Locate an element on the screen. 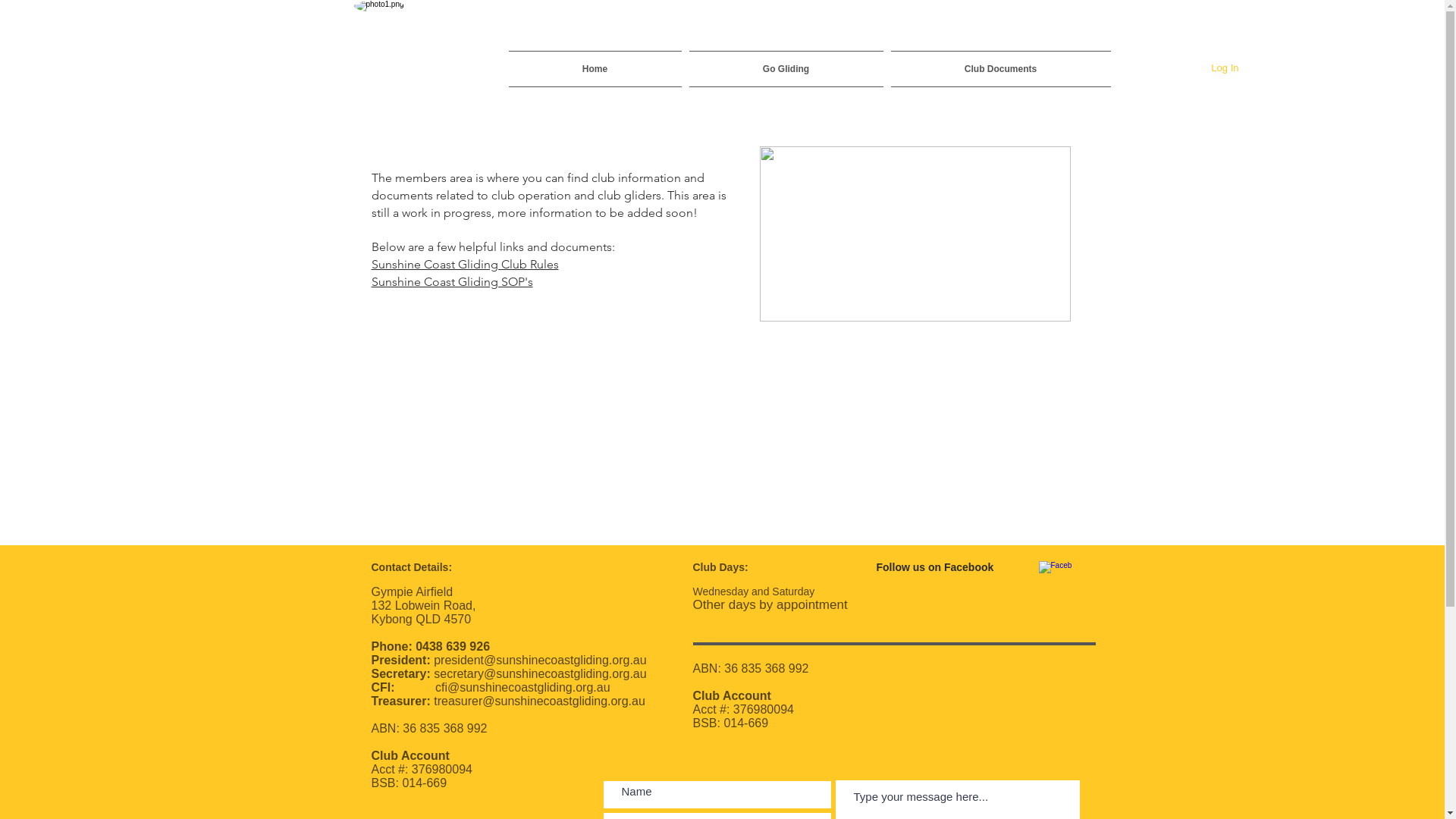 This screenshot has height=819, width=1456. 'Sunshine Coast Gliding SOP's' is located at coordinates (451, 281).